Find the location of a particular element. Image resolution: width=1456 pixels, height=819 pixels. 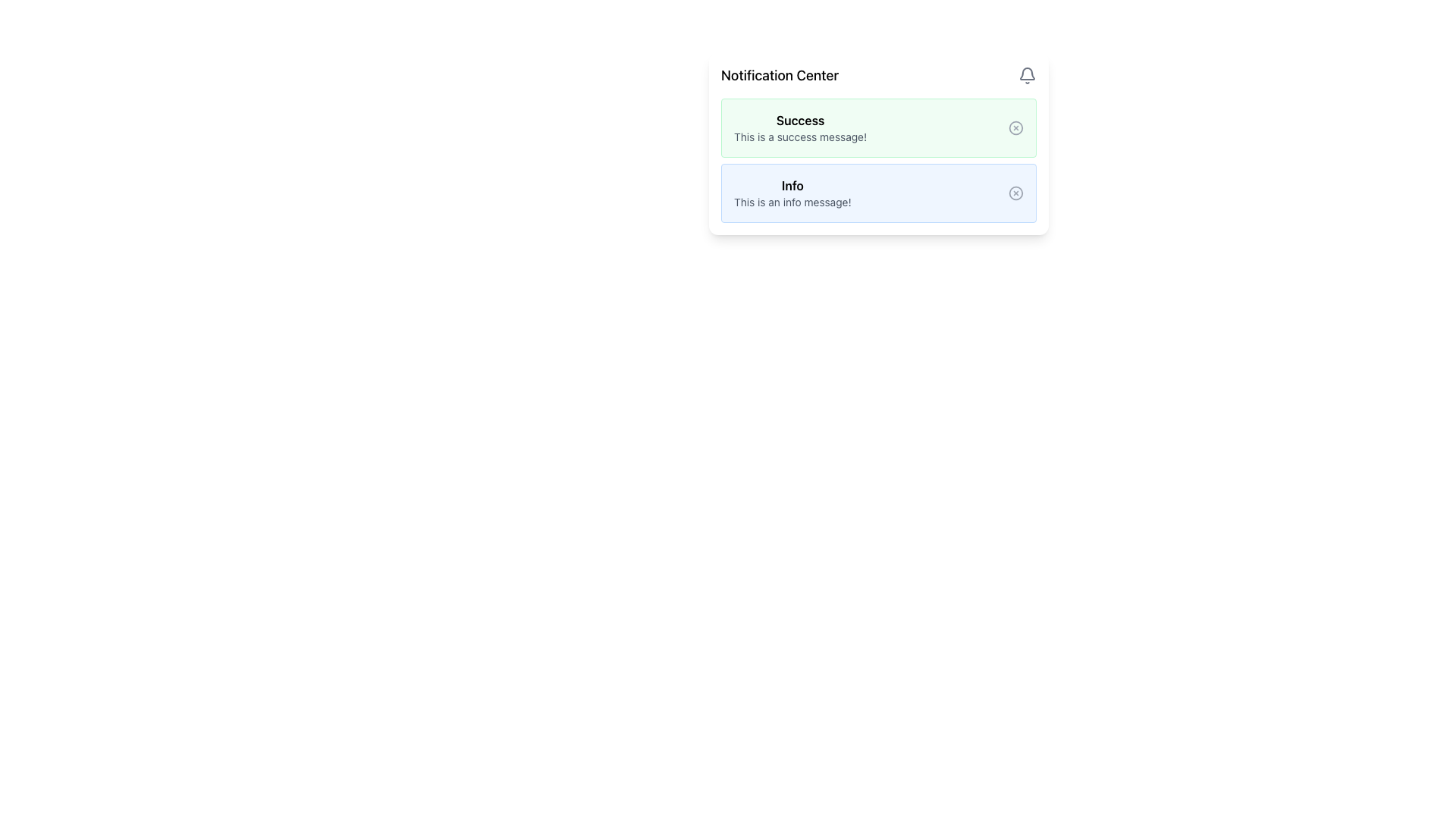

the text content in the alert card located beneath the 'Success' card in the notification center to interact with the close functionalities if nearby is located at coordinates (792, 192).